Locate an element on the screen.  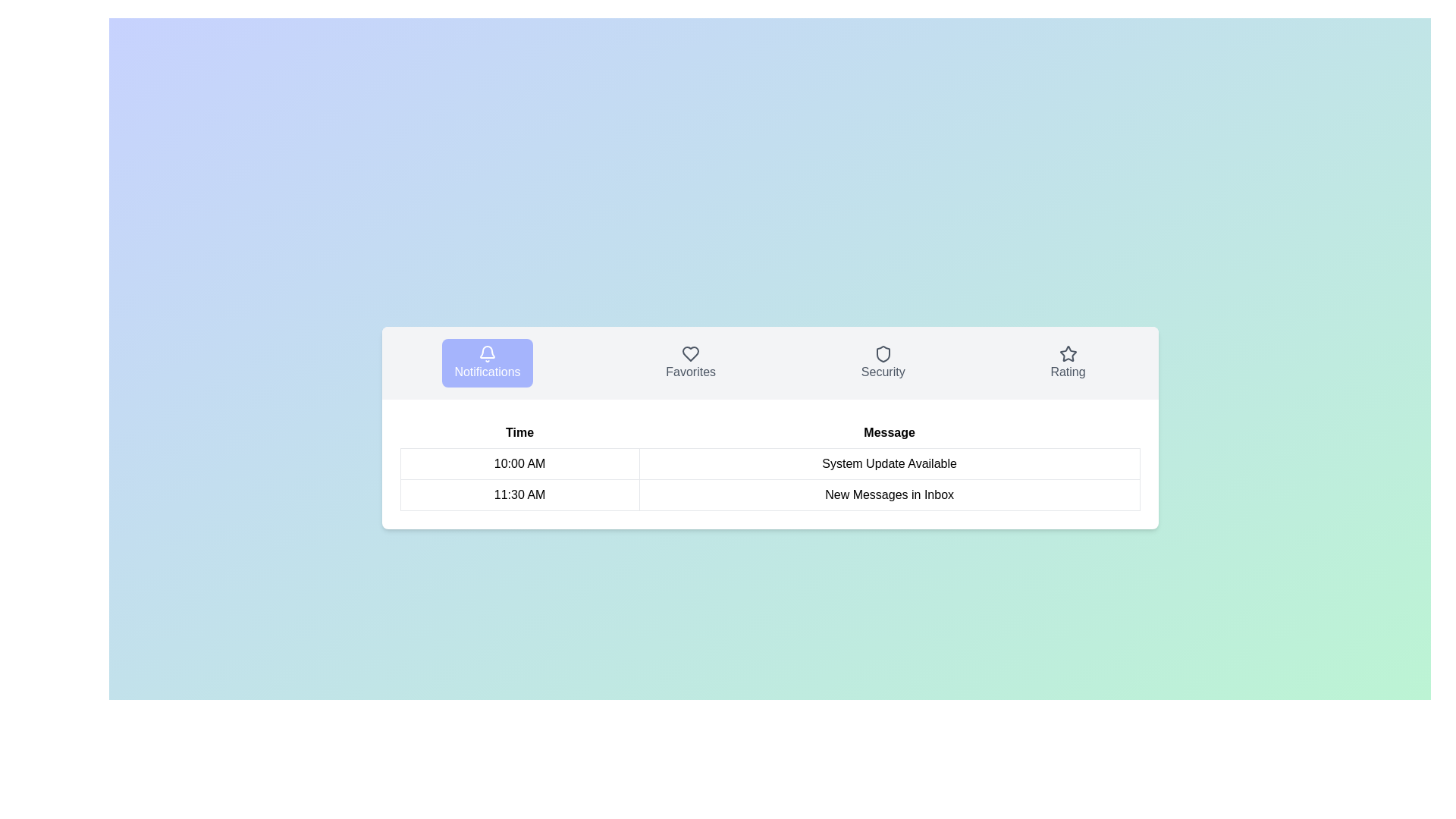
the text label 'Security' which is styled in gray font and located in the menu bar section between 'Favorites' and 'Rating' is located at coordinates (883, 372).